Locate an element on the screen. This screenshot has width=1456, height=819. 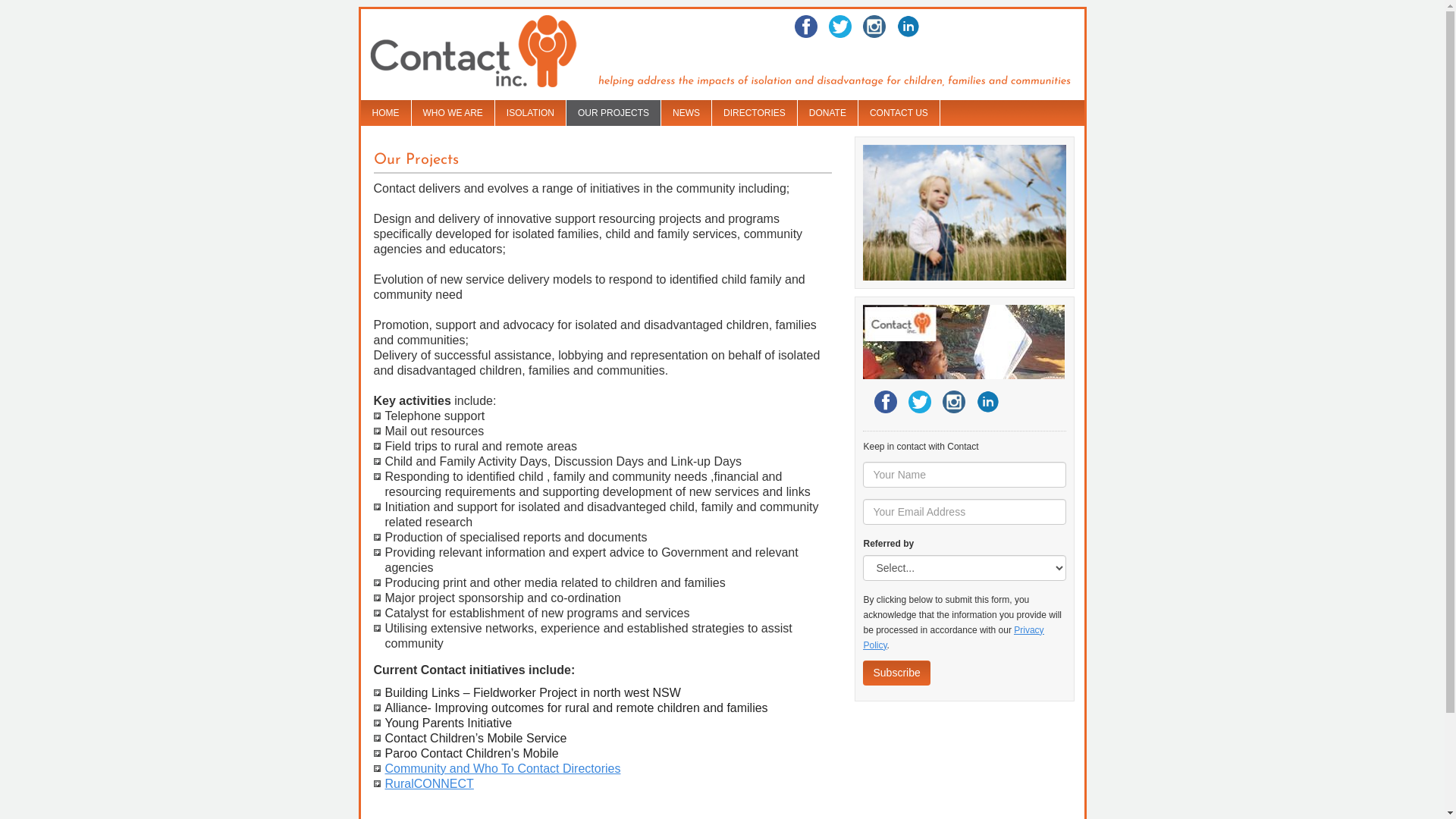
'LinkedIn' is located at coordinates (987, 400).